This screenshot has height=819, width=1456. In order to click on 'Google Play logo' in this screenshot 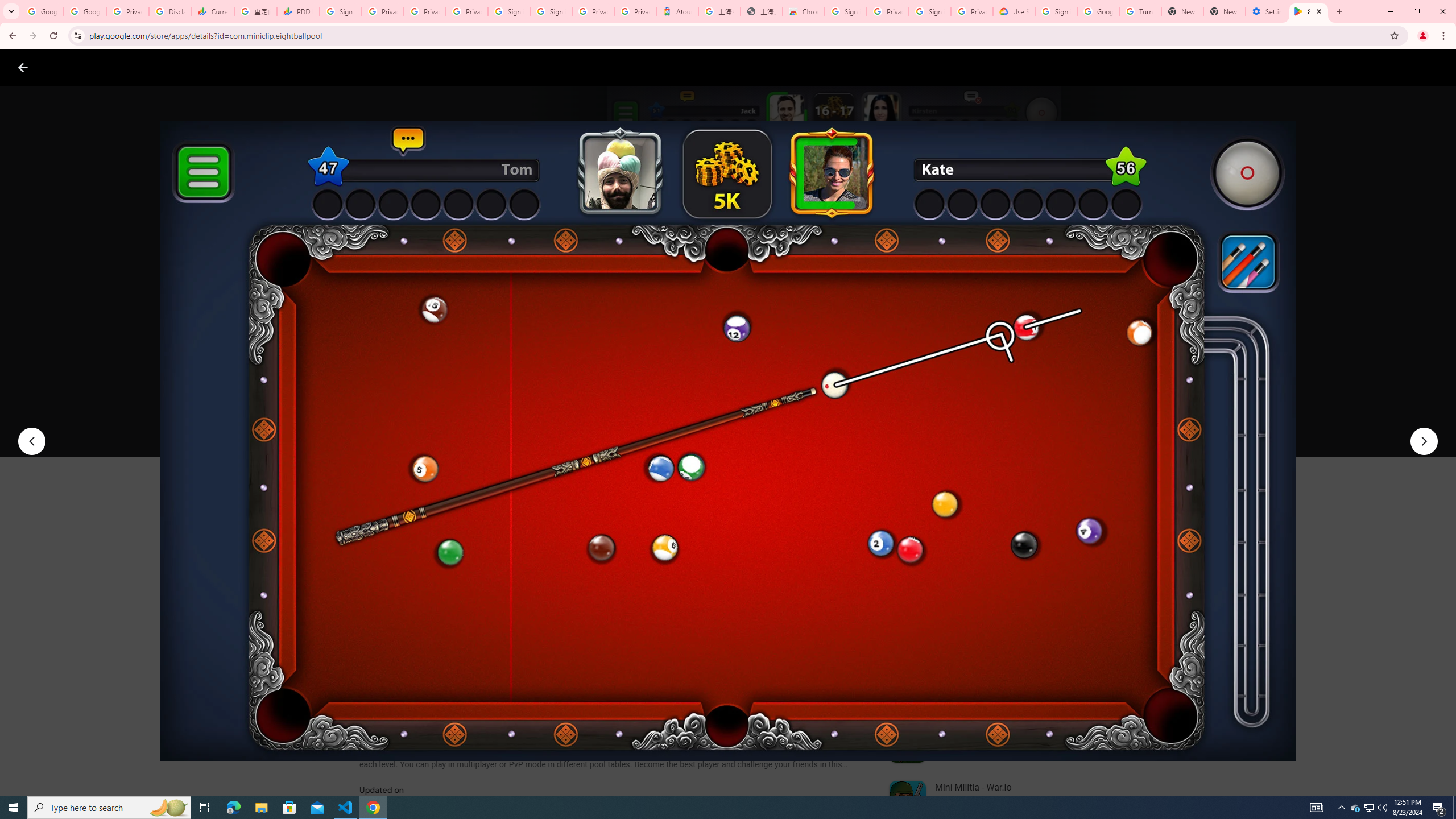, I will do `click(63, 67)`.